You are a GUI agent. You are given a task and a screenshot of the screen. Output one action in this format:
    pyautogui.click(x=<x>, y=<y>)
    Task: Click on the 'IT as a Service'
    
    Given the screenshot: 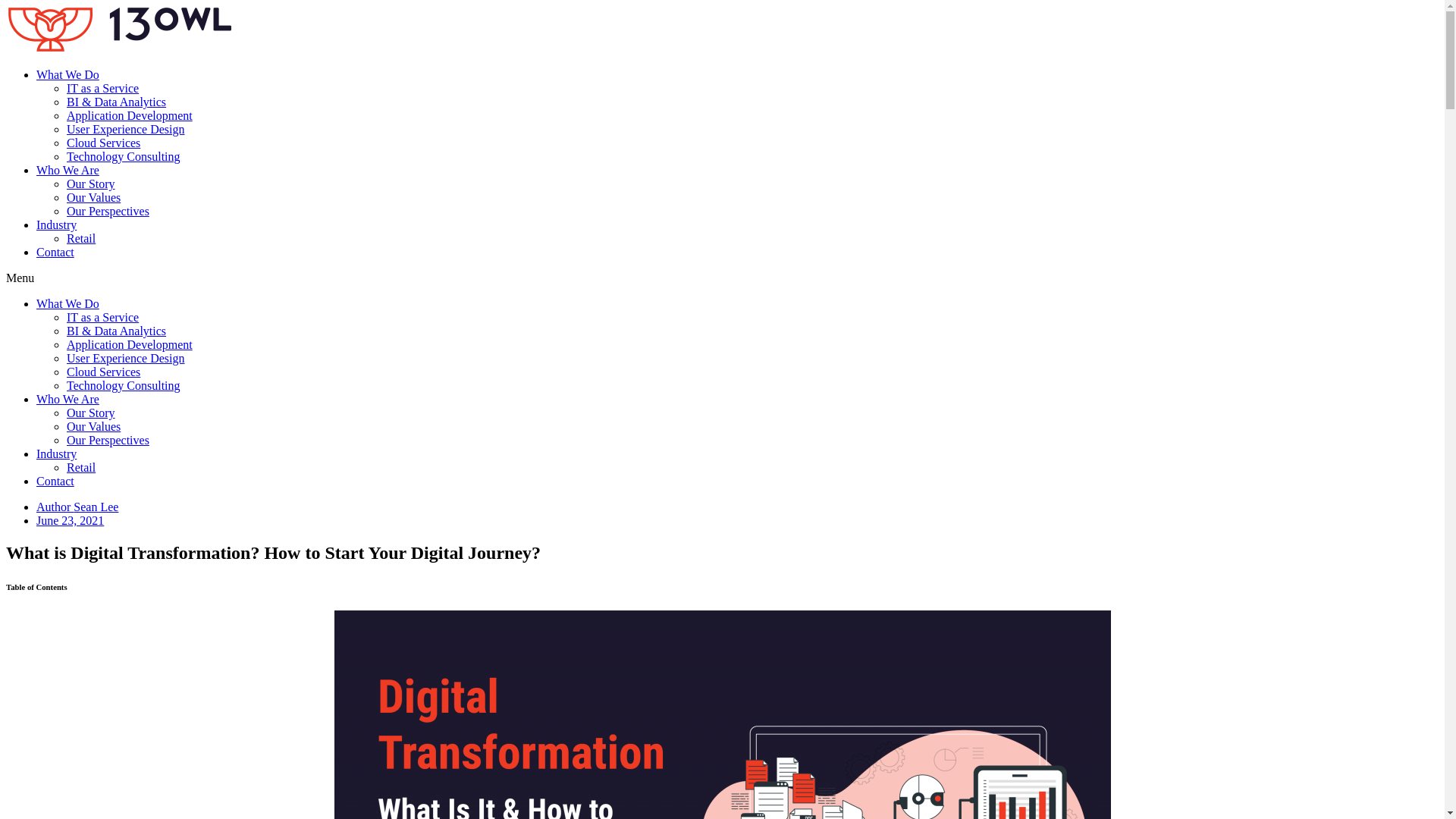 What is the action you would take?
    pyautogui.click(x=102, y=88)
    